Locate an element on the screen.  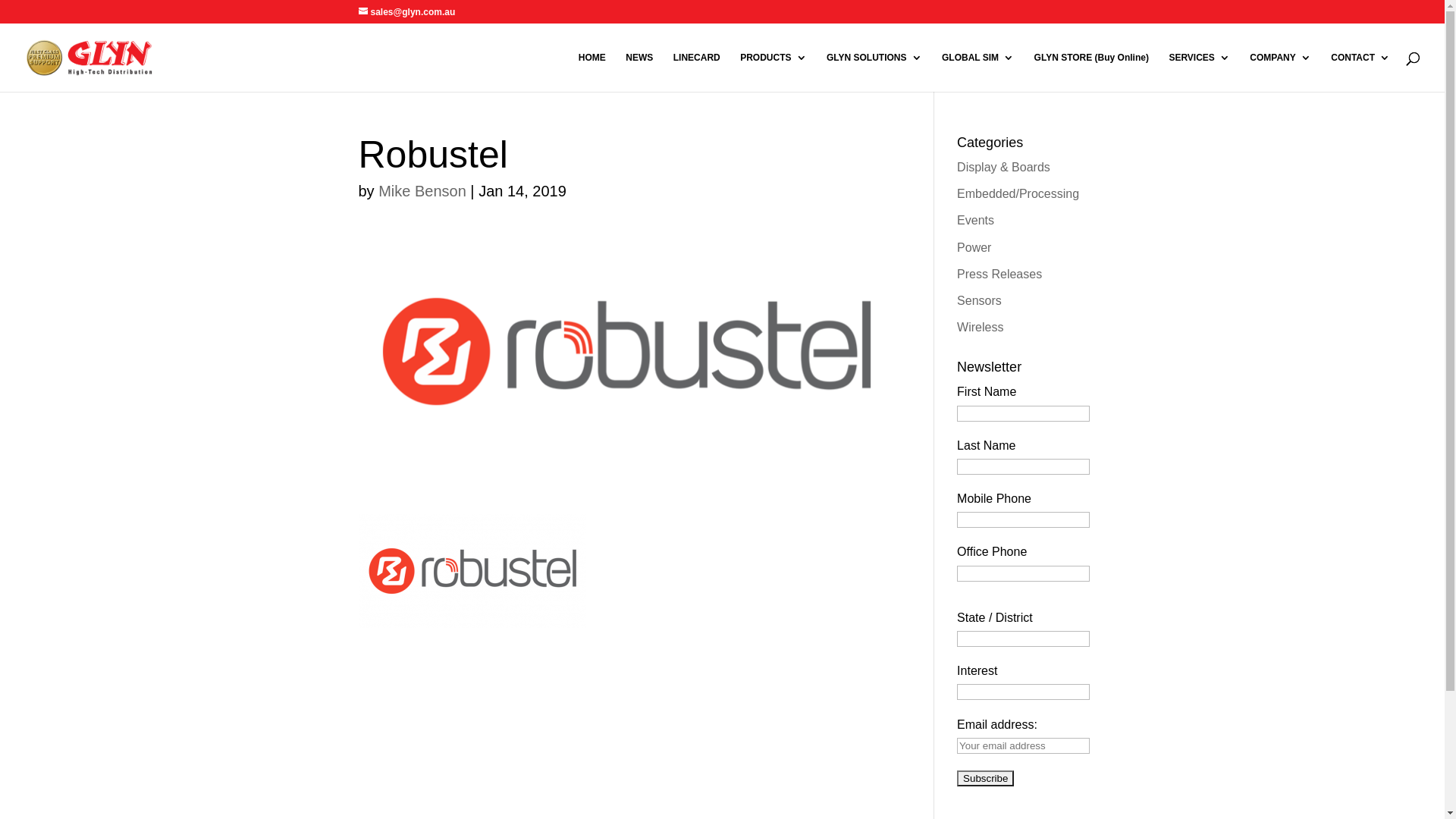
'COMPANY' is located at coordinates (1279, 72).